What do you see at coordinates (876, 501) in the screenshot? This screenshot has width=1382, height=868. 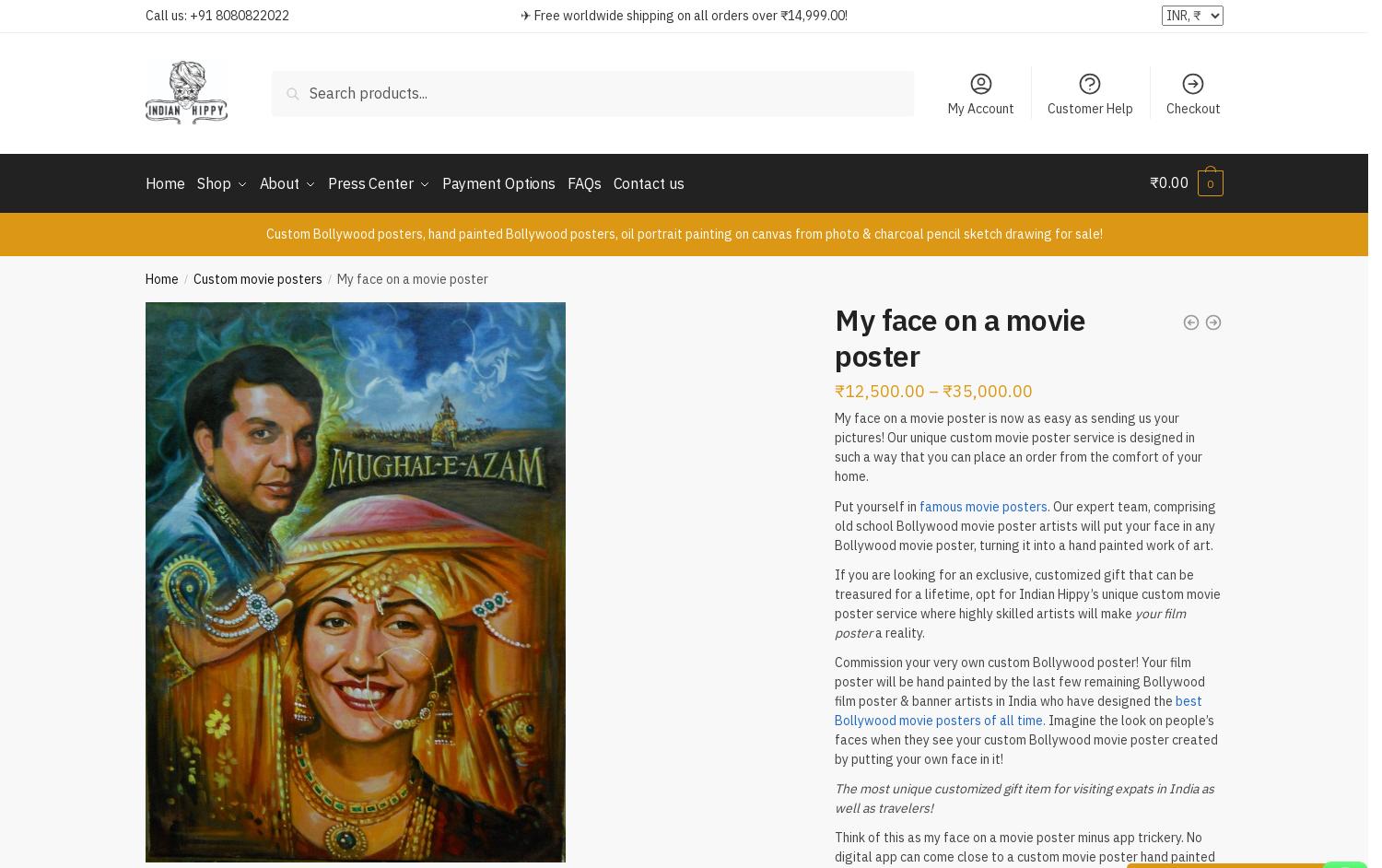 I see `'Put yourself in'` at bounding box center [876, 501].